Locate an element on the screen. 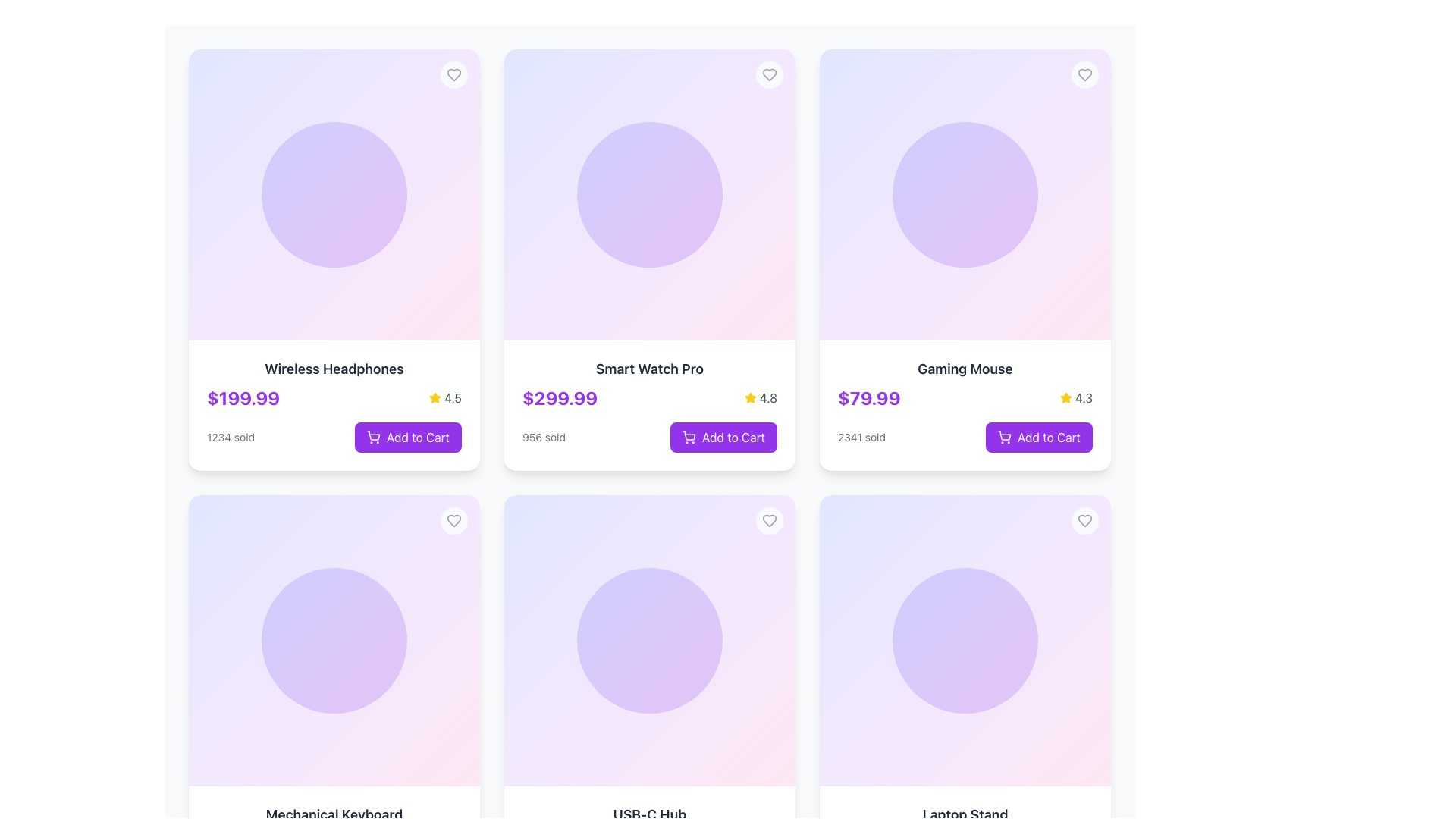  price displayed on the text label located beneath the product title in the 'Smart Watch Pro' card is located at coordinates (559, 397).